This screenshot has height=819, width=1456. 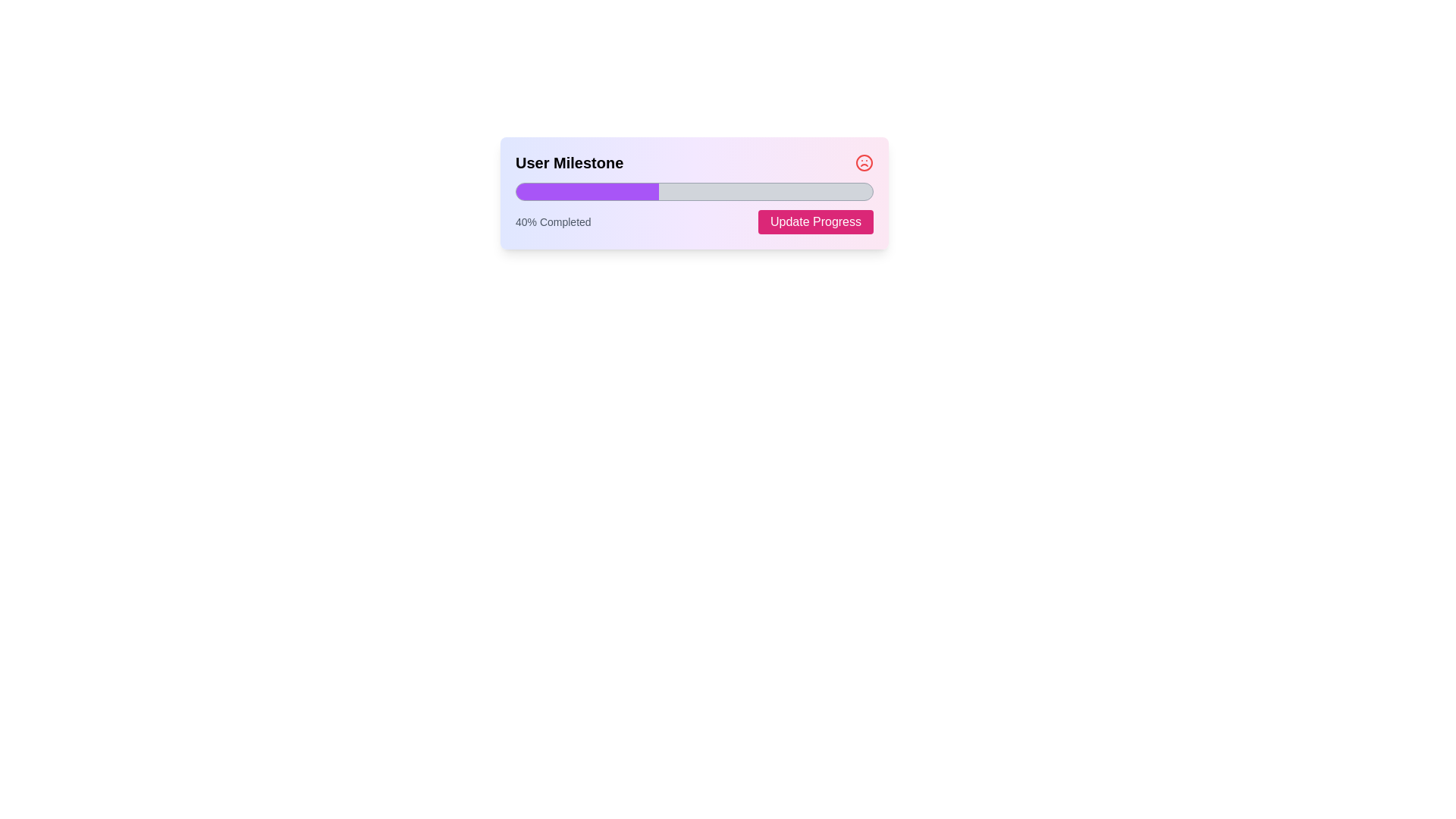 I want to click on the progress bar of the Composite UI element that tracks user milestones, so click(x=694, y=192).